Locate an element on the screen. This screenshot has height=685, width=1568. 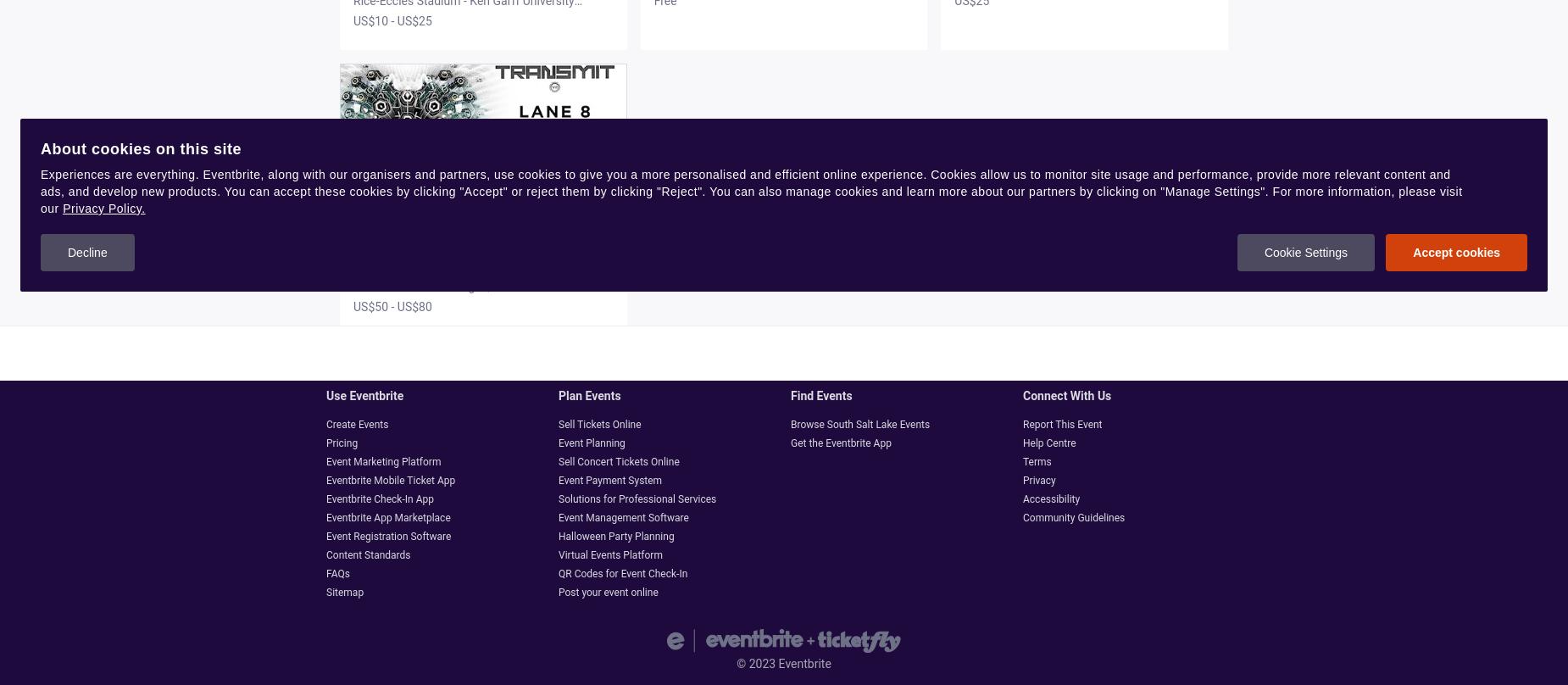
'Plan events' is located at coordinates (558, 396).